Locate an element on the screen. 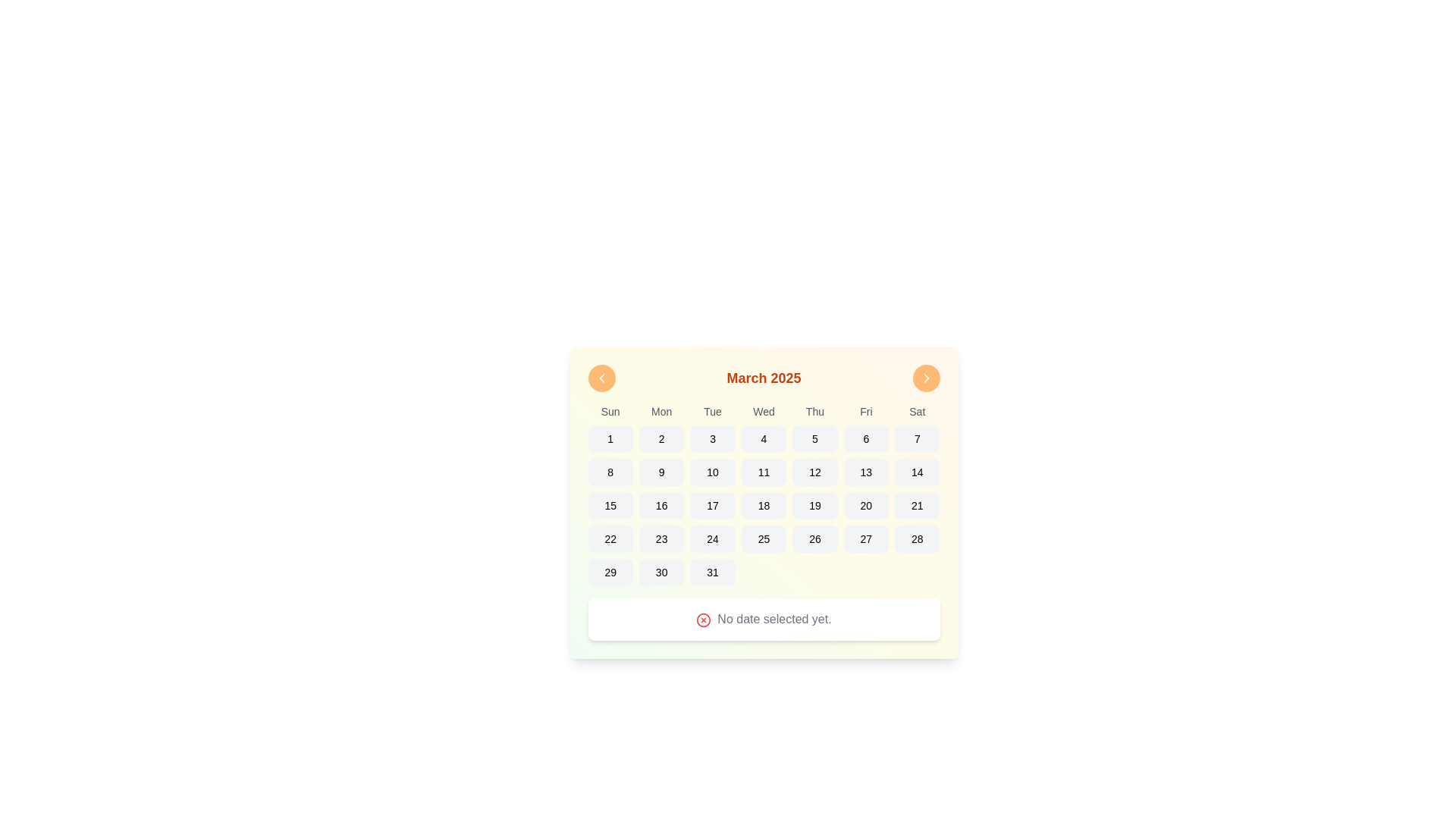  the specific date within the central calendar component, which is visually represented by a light-gray rounded rectangle in the grid layout below the heading 'March 2025' is located at coordinates (764, 503).